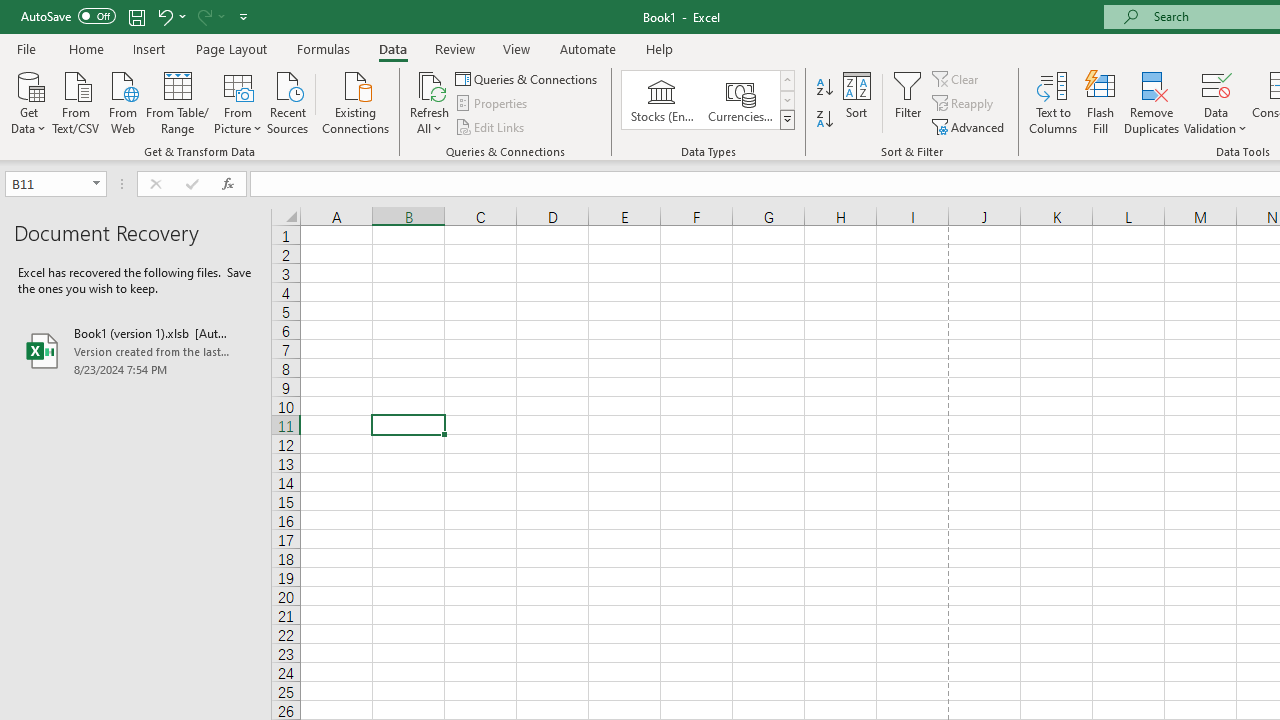  Describe the element at coordinates (708, 100) in the screenshot. I see `'AutomationID: ConvertToLinkedEntity'` at that location.